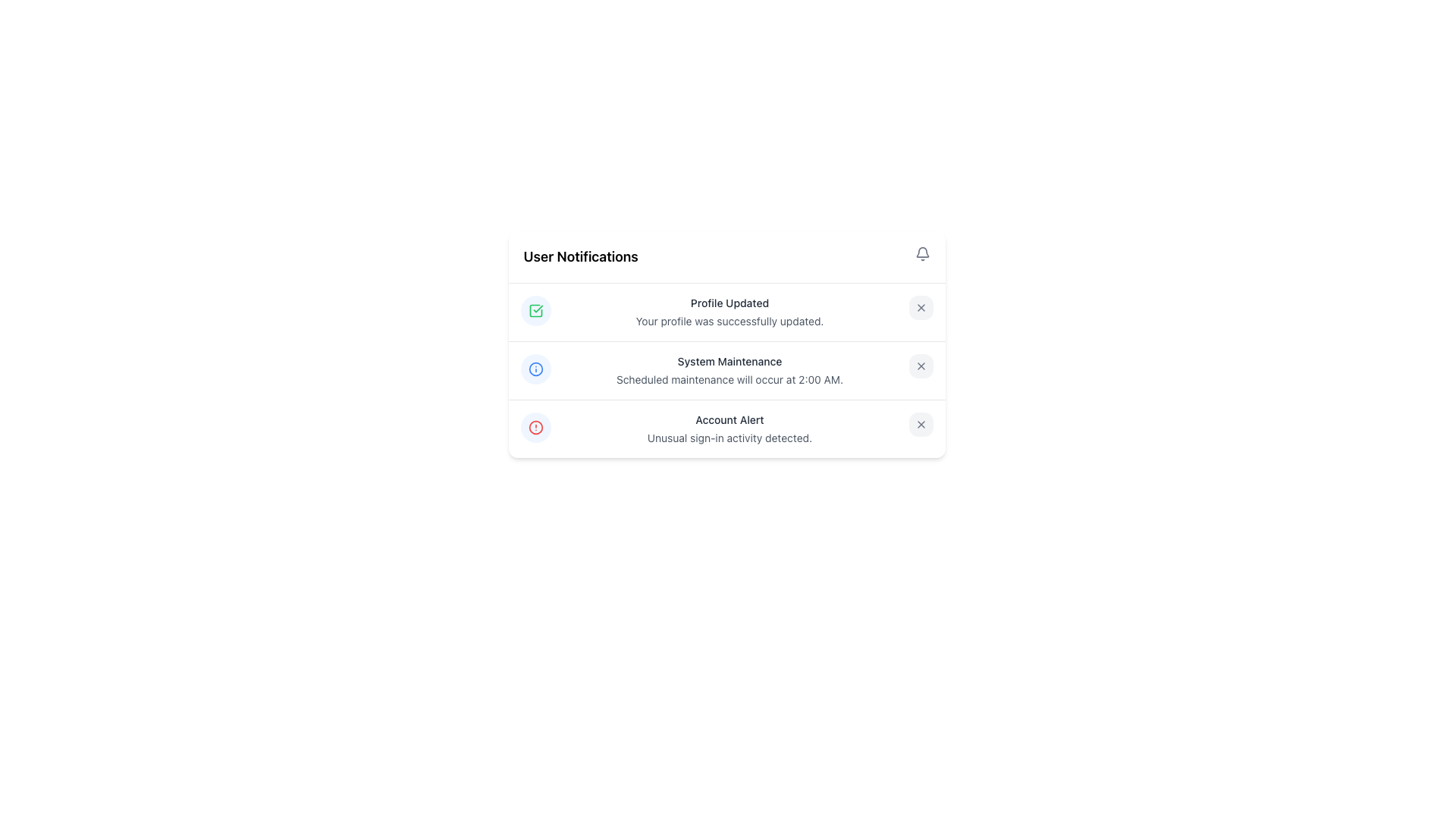 Image resolution: width=1456 pixels, height=819 pixels. Describe the element at coordinates (920, 366) in the screenshot. I see `the close button for the 'System Maintenance' notification` at that location.